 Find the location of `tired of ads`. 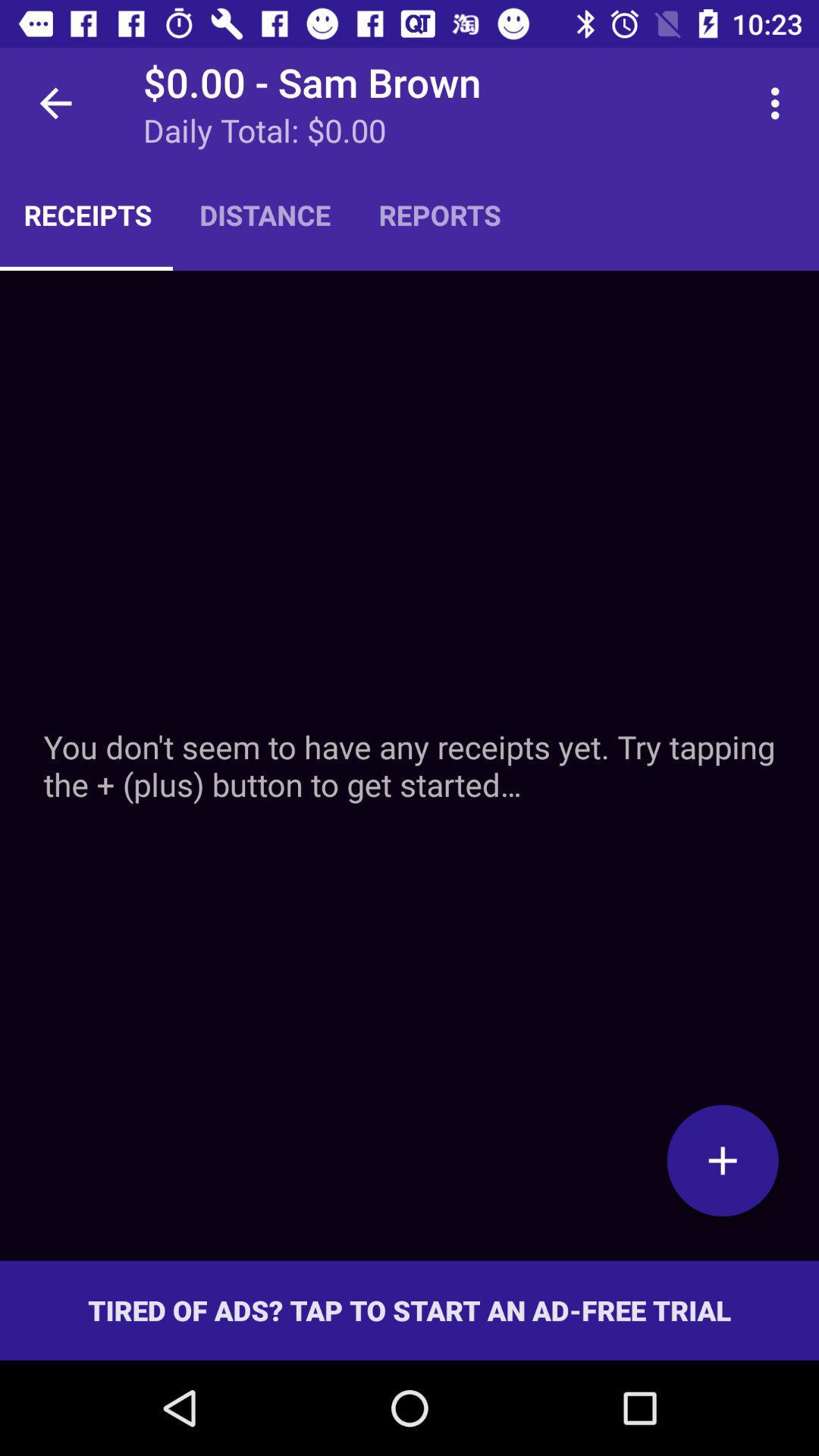

tired of ads is located at coordinates (409, 1310).